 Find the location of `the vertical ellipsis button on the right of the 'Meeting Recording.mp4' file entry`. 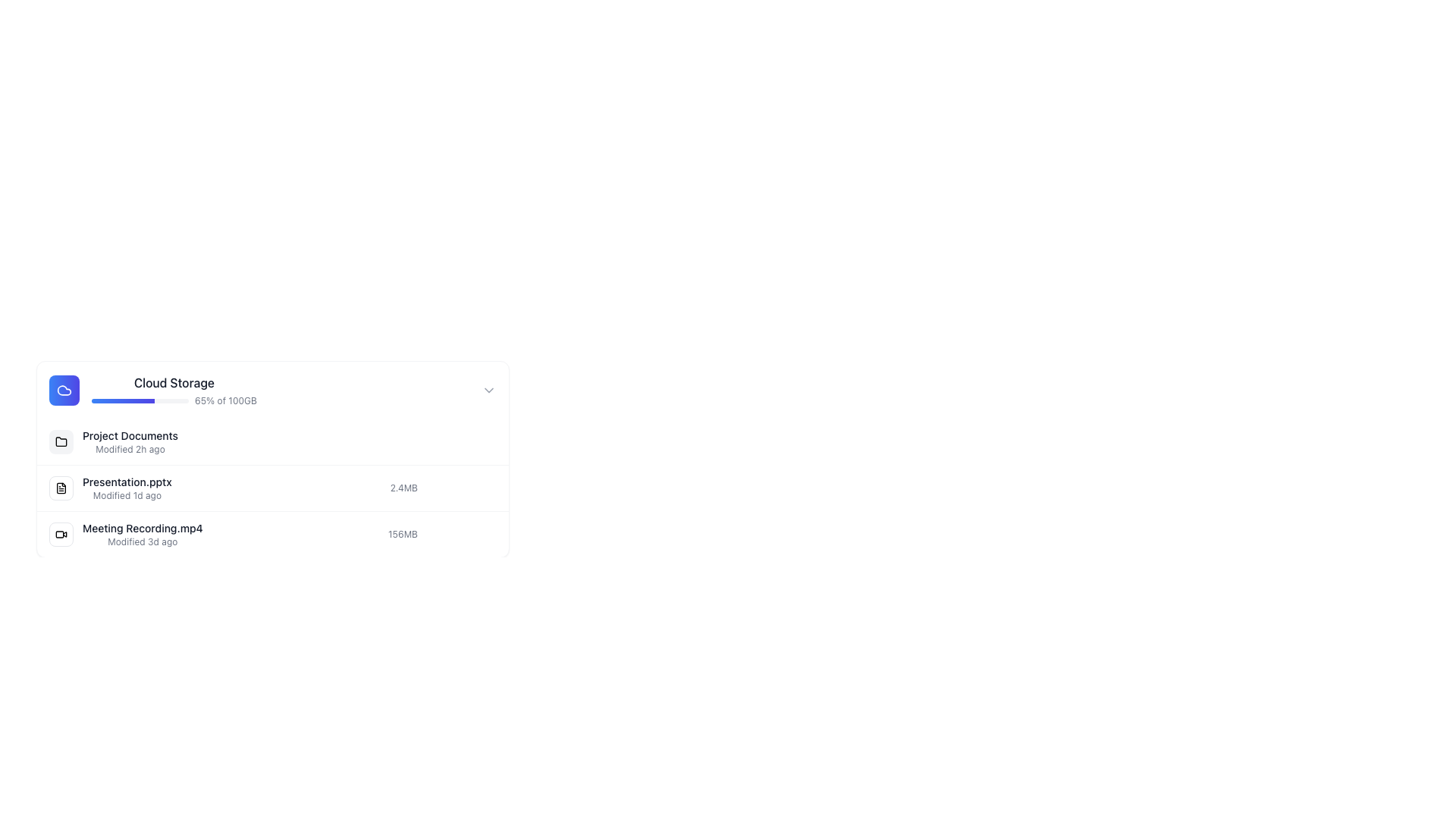

the vertical ellipsis button on the right of the 'Meeting Recording.mp4' file entry is located at coordinates (488, 534).